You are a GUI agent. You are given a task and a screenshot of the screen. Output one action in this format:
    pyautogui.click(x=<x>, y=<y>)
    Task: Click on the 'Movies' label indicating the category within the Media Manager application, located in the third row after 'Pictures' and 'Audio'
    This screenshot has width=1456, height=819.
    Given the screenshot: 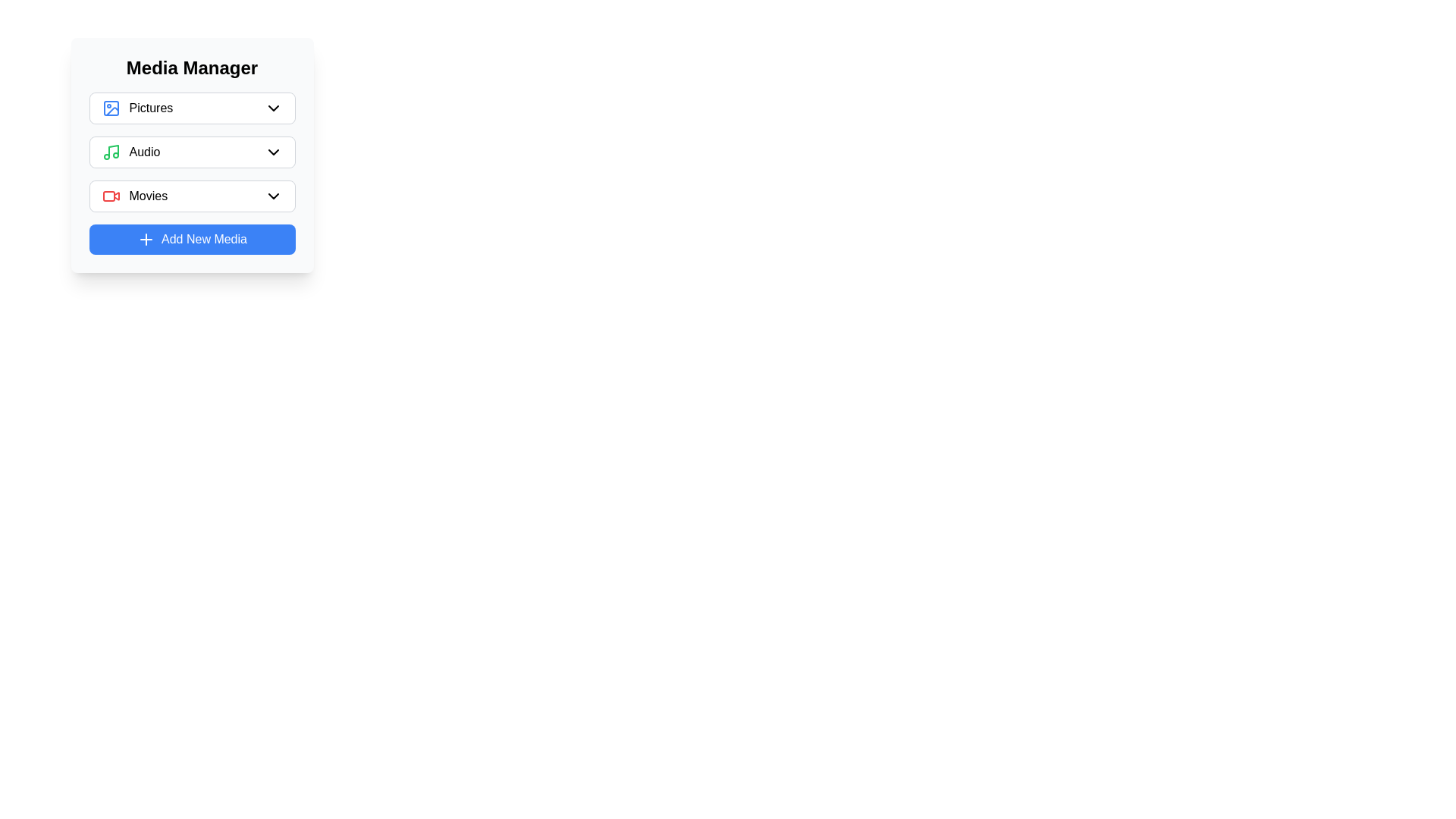 What is the action you would take?
    pyautogui.click(x=134, y=195)
    